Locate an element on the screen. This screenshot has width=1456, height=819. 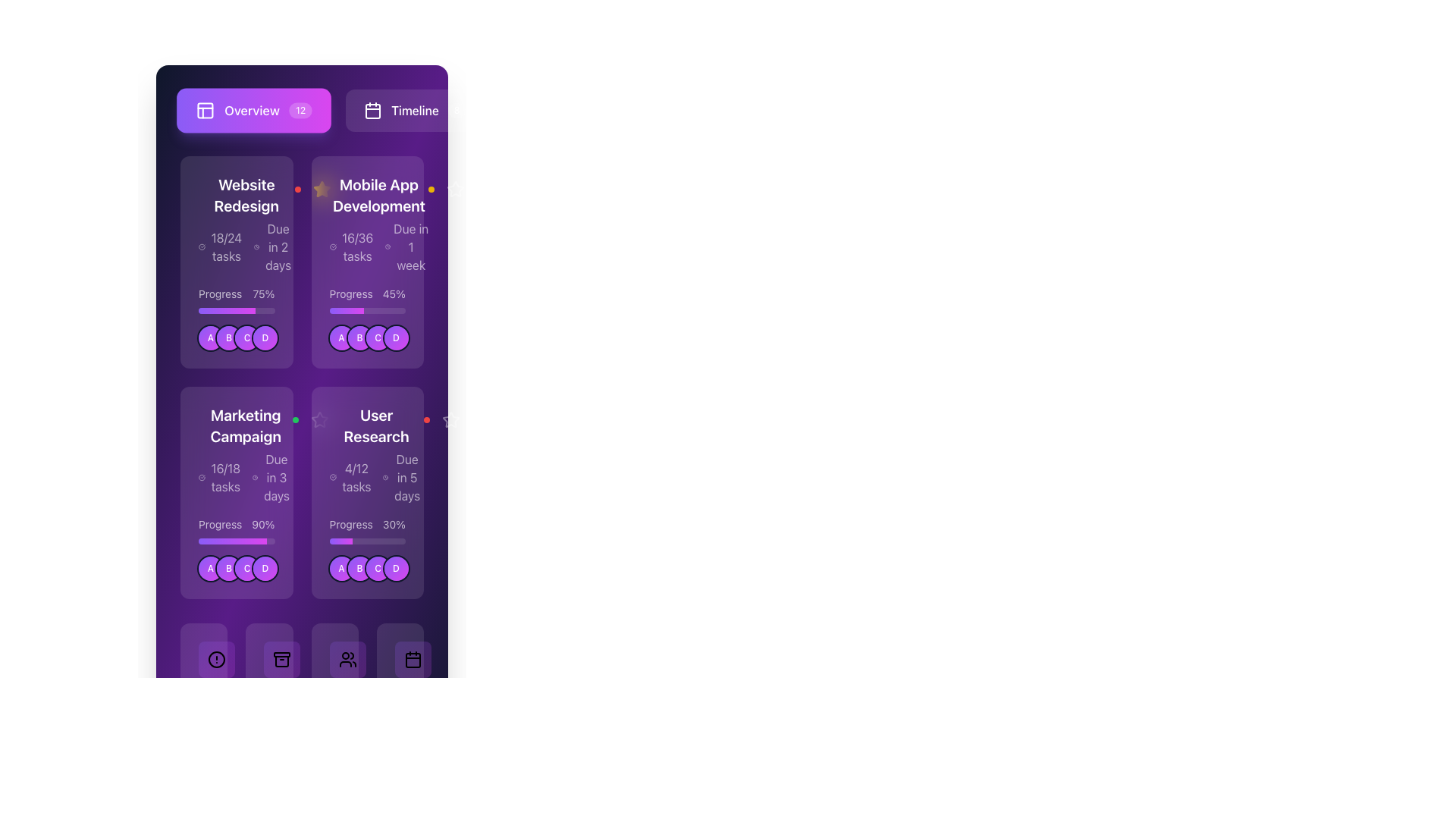
the horizontal progress bar located in the third card of the second row, positioned below 'Progress 30%' and above user avatars is located at coordinates (367, 540).